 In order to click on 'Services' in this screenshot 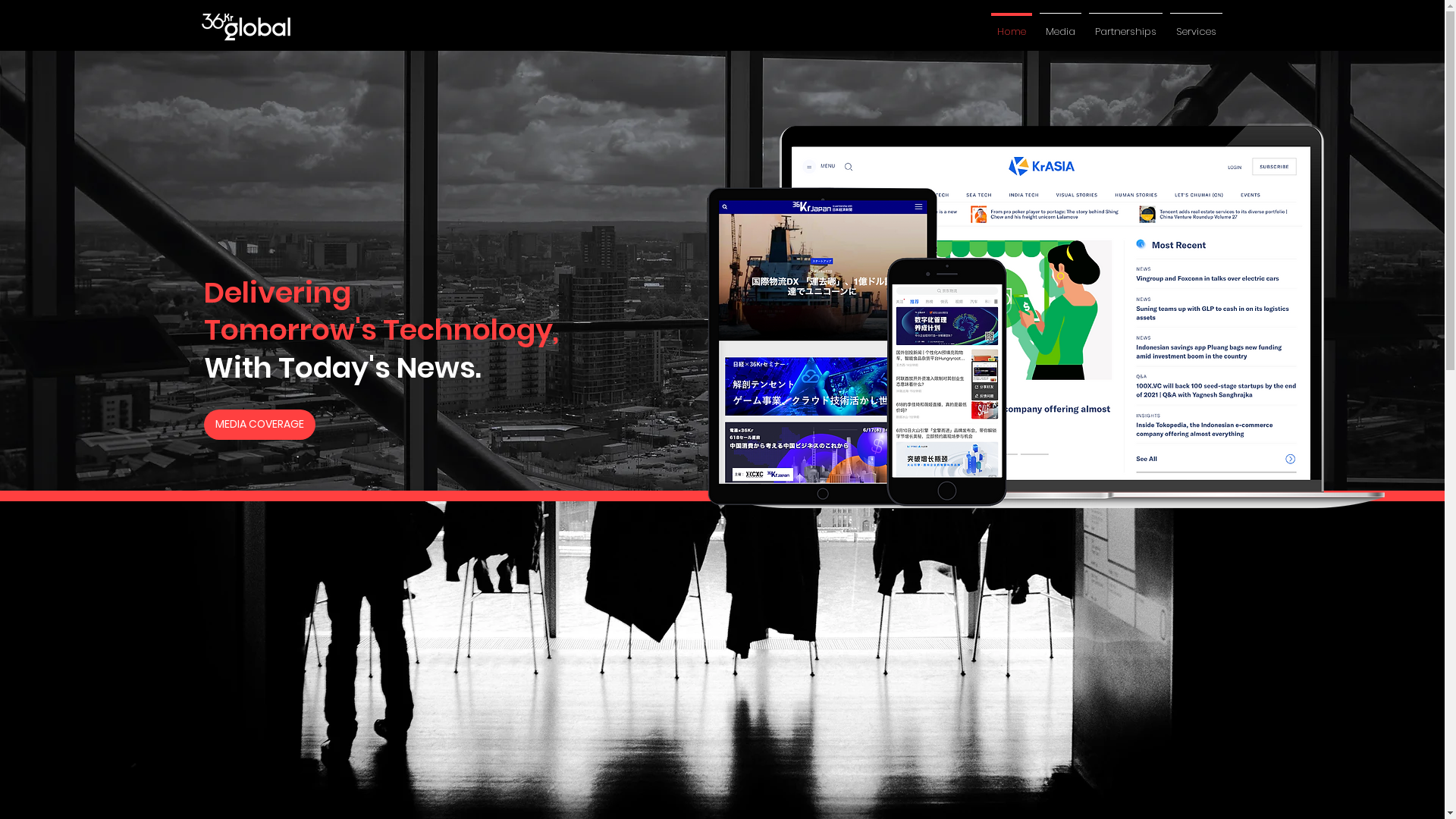, I will do `click(1195, 25)`.